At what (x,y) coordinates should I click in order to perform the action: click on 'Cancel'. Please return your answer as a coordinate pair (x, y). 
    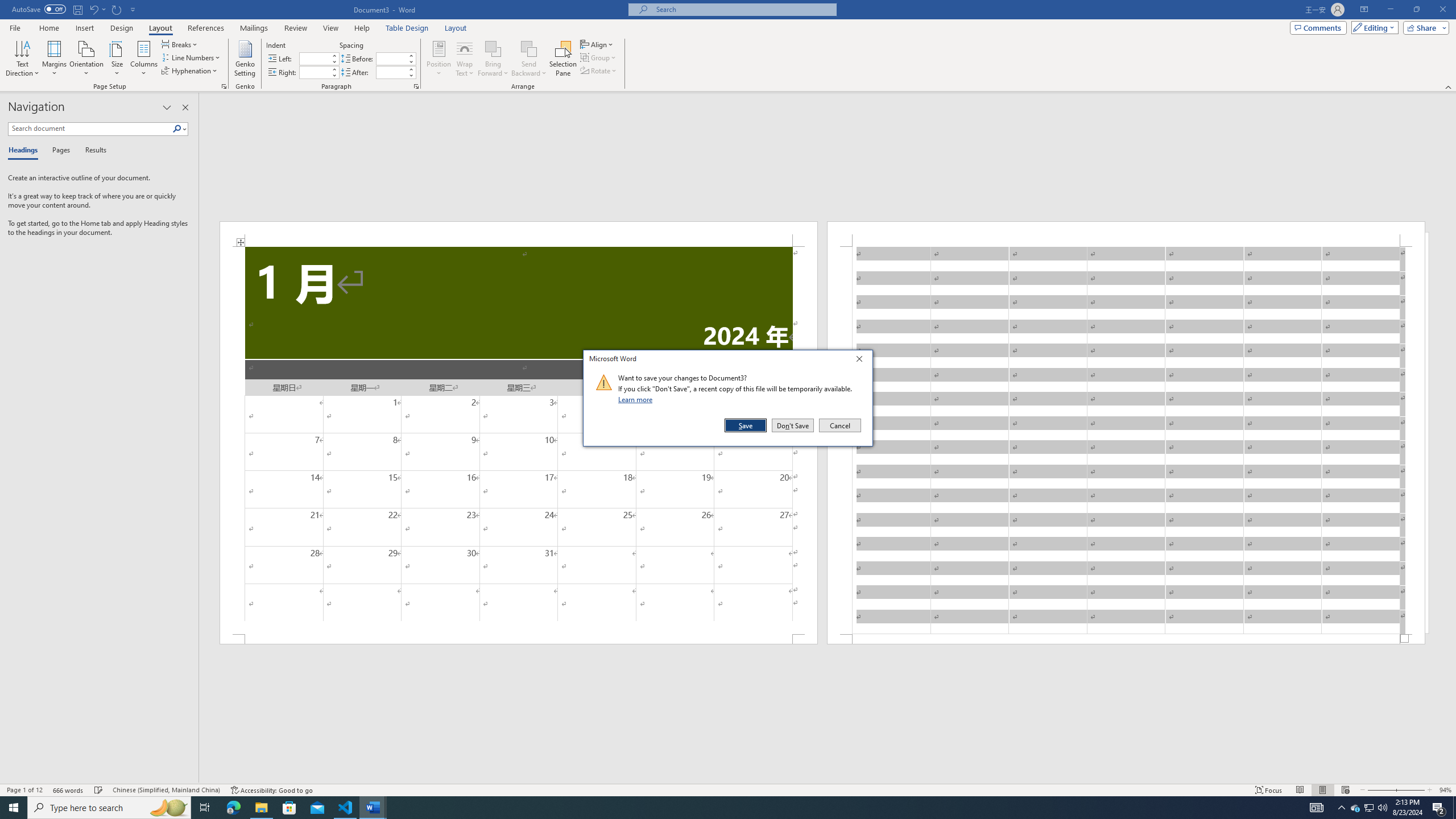
    Looking at the image, I should click on (839, 425).